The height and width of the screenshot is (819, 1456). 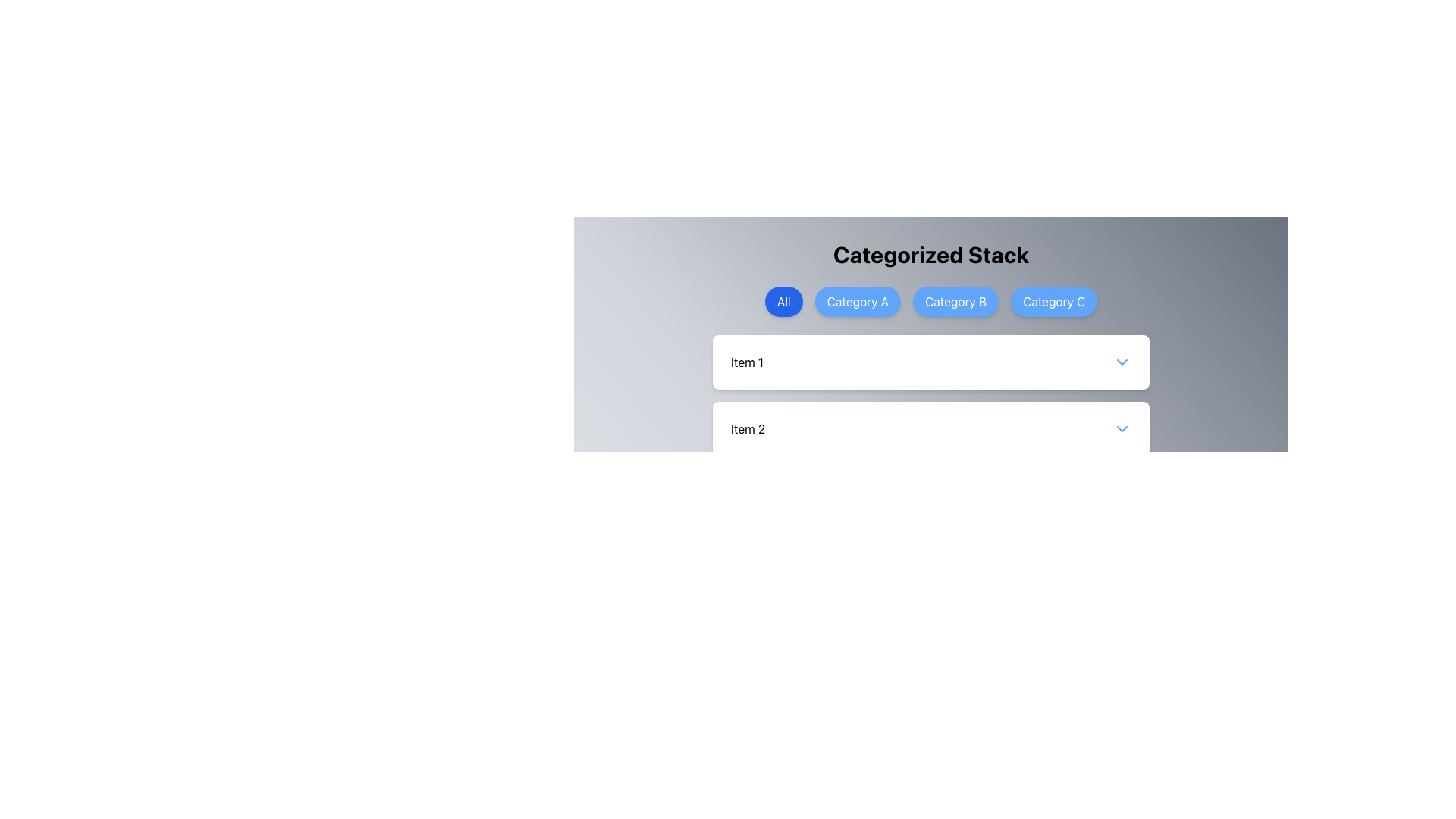 What do you see at coordinates (930, 301) in the screenshot?
I see `the button that applies the 'Category B' filter located directly beneath the title 'Categorized Stack', which is the third button from the left between 'Category A' and 'Category C'` at bounding box center [930, 301].